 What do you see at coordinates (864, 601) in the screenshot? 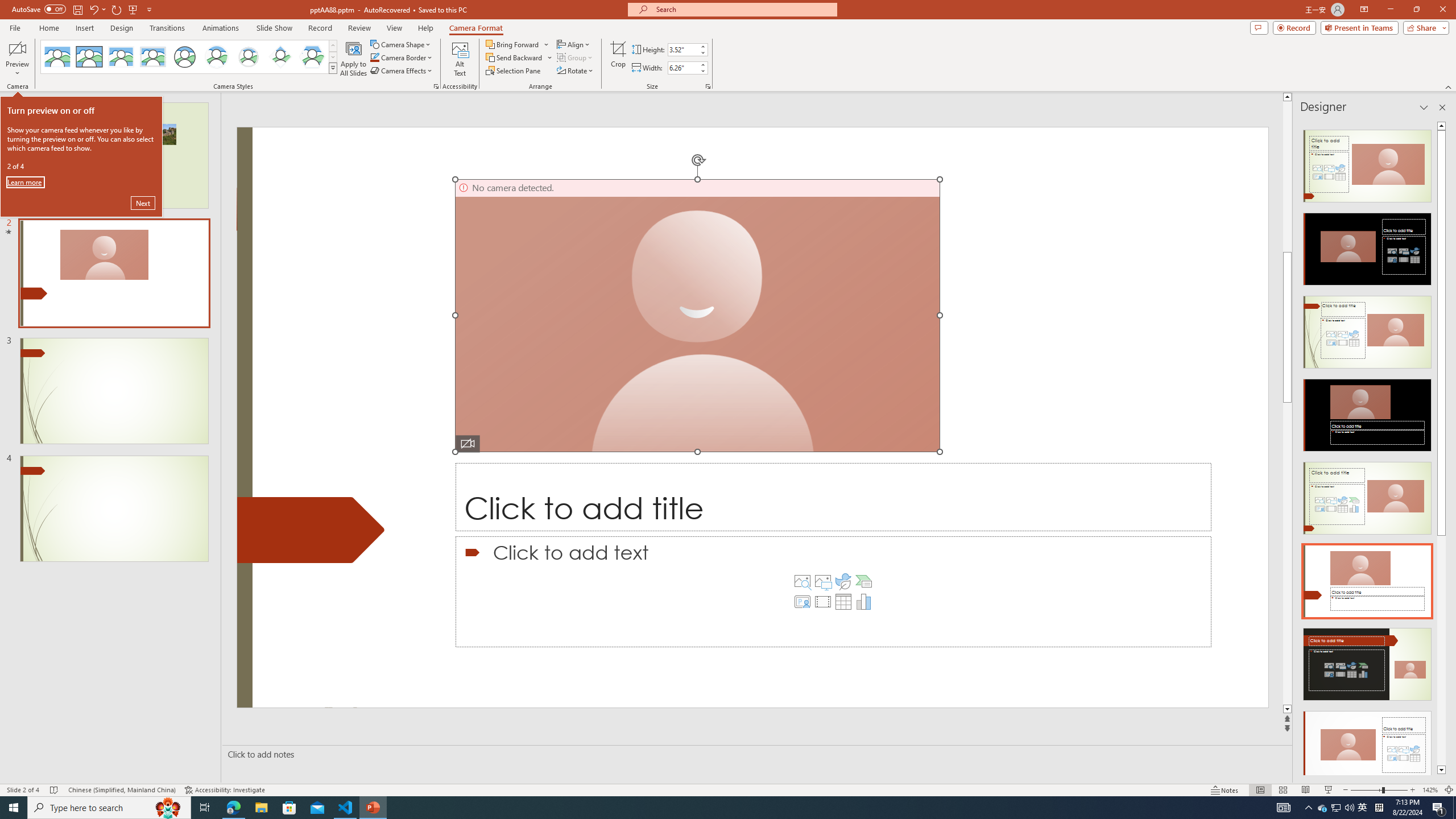
I see `'Insert Chart'` at bounding box center [864, 601].